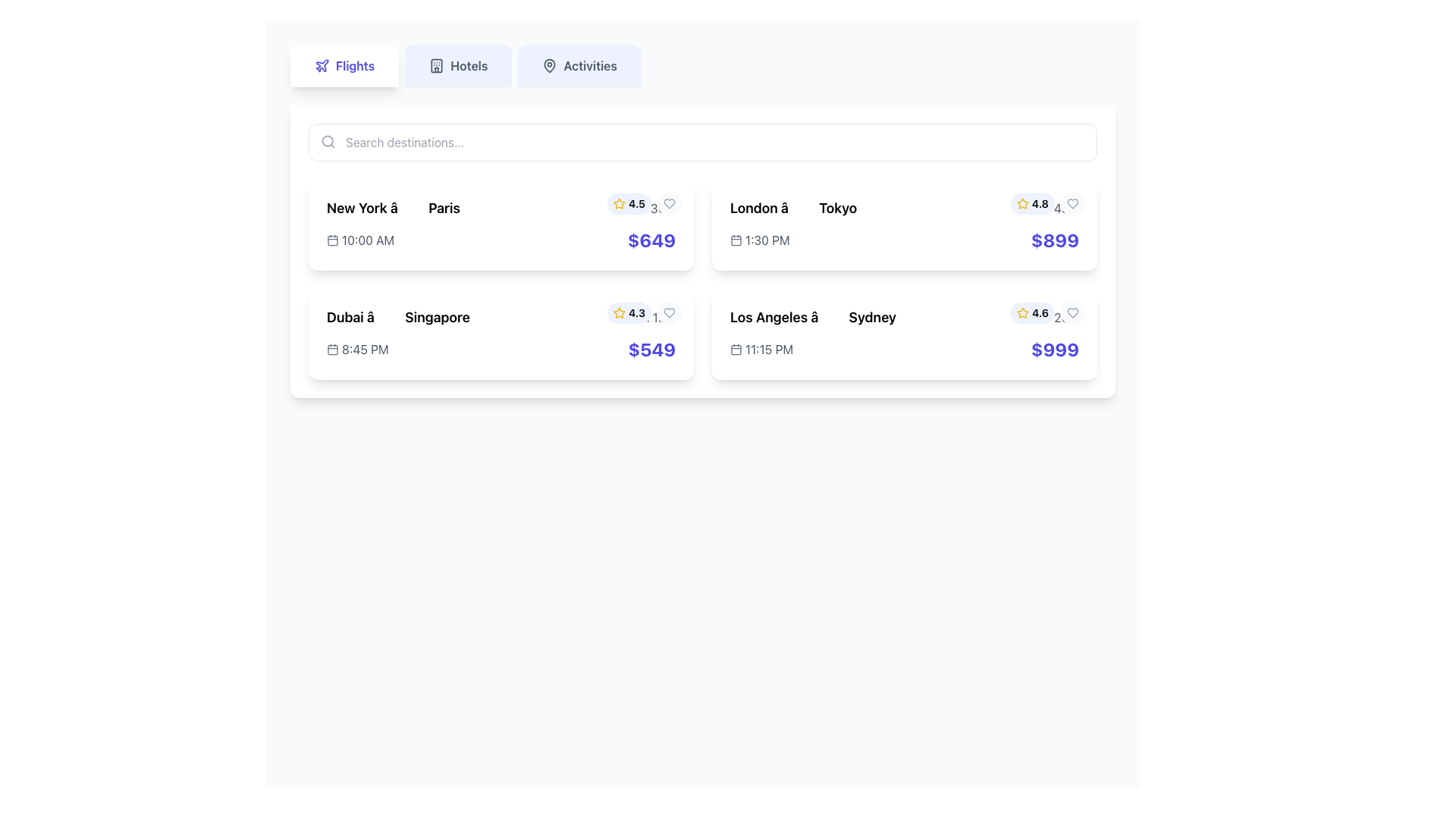  I want to click on the Rating display for the 'Los Angeles to Sydney' flight option, which features a yellow star icon and the text '4.6' in black on a light indigo background, so click(1032, 312).